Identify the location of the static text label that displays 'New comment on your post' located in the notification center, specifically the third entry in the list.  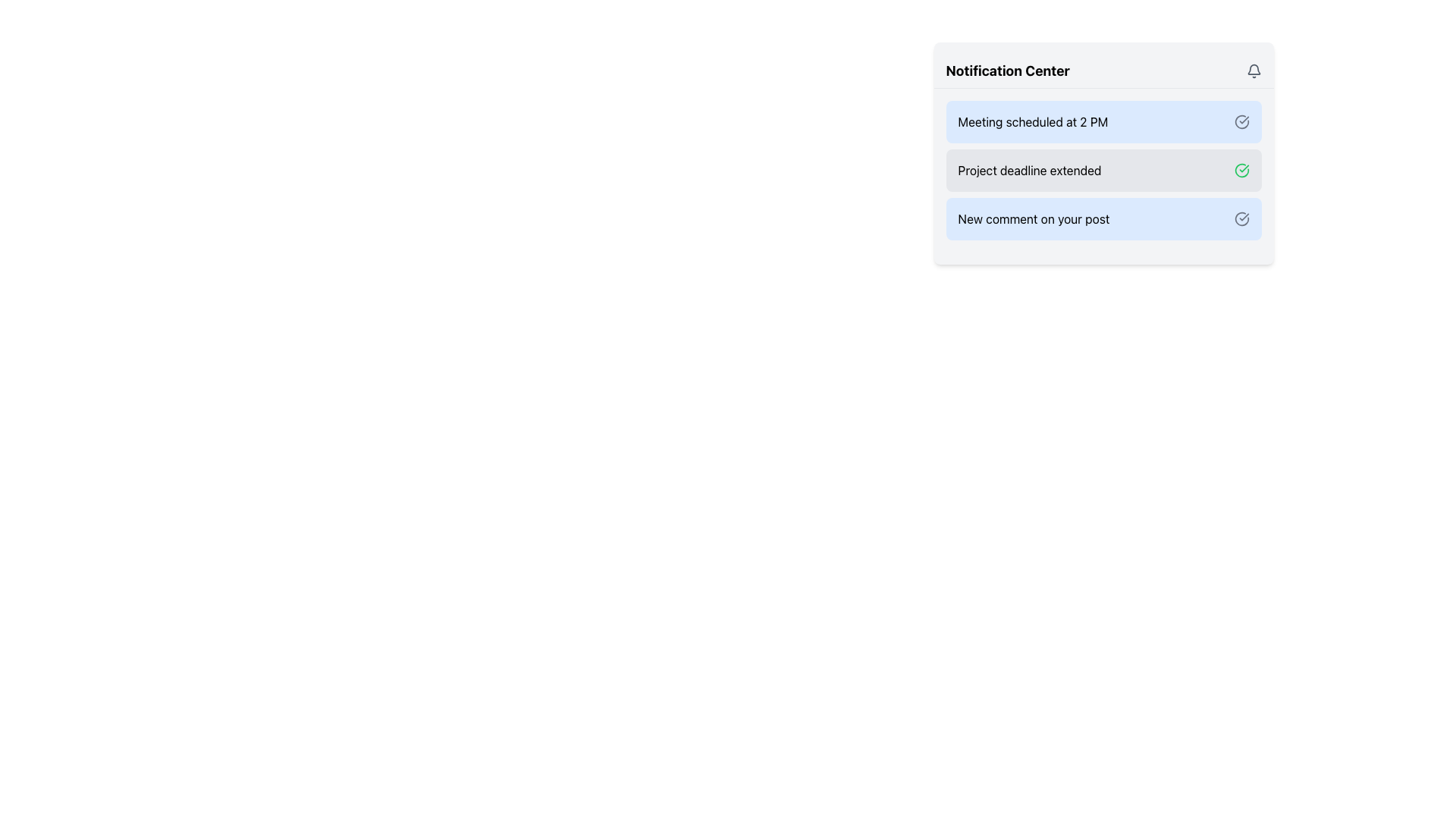
(1033, 219).